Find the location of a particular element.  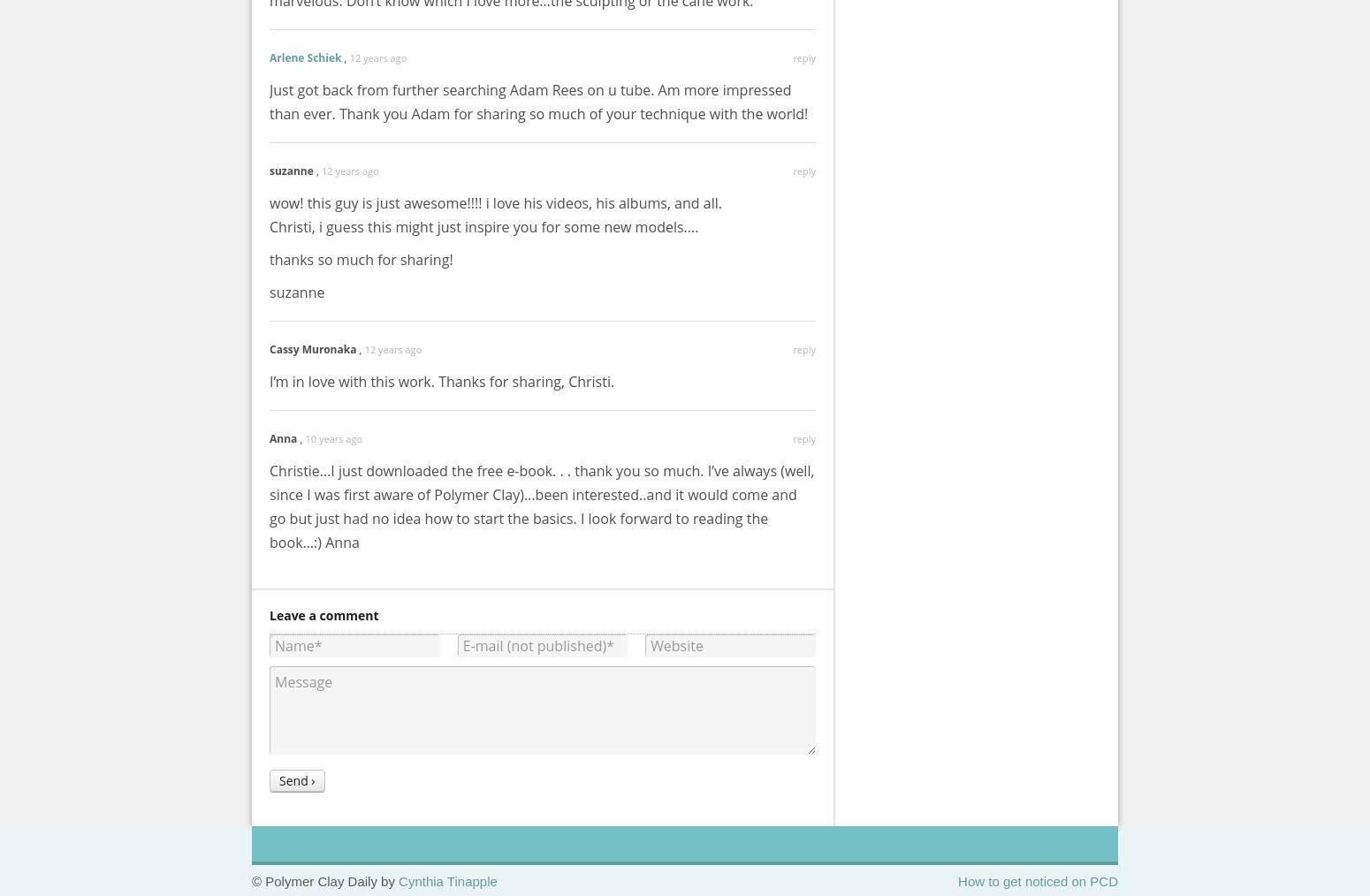

'I’m in love with this work.  Thanks for sharing, Christi.' is located at coordinates (441, 381).